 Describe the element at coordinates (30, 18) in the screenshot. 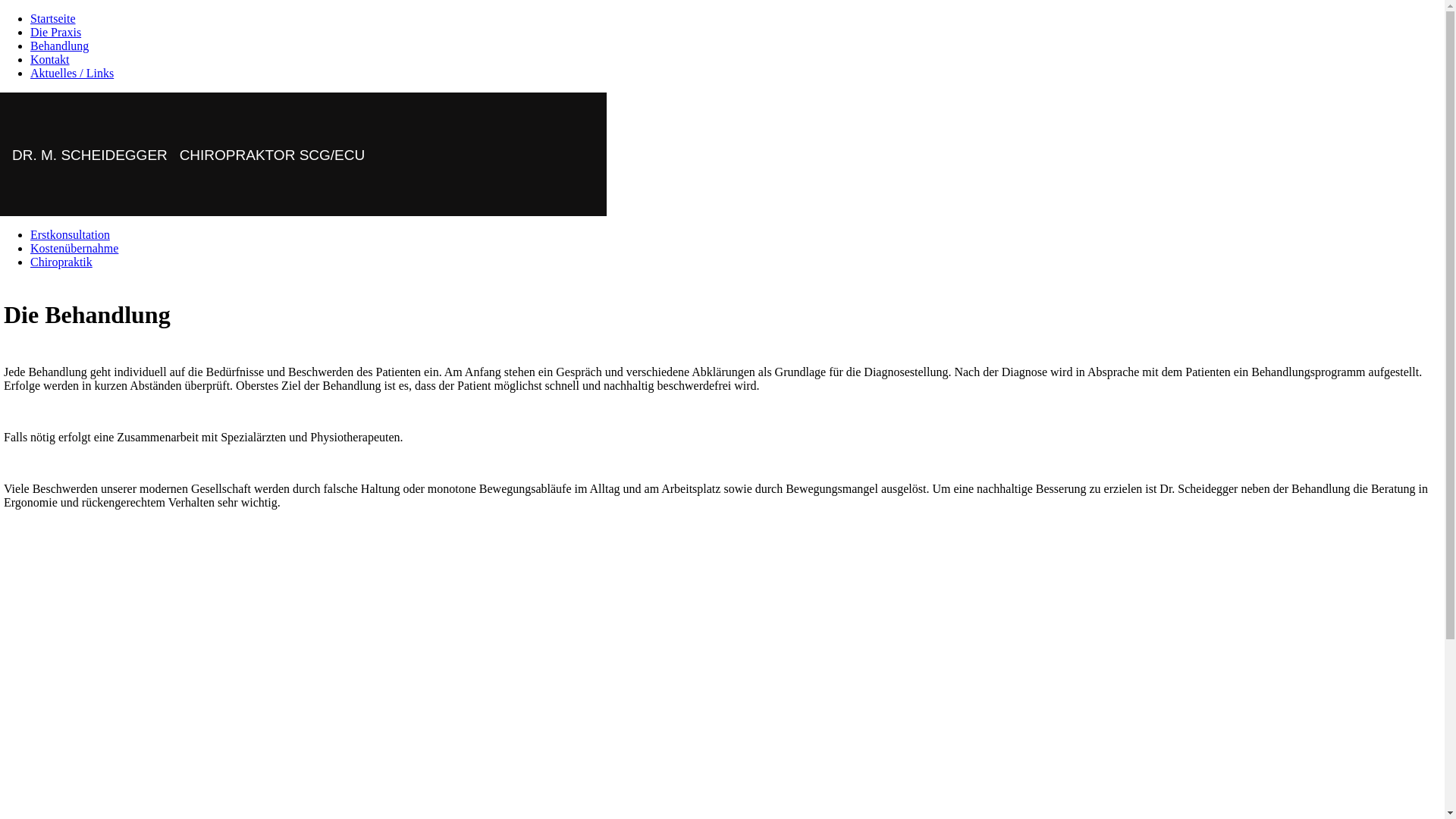

I see `'Startseite'` at that location.